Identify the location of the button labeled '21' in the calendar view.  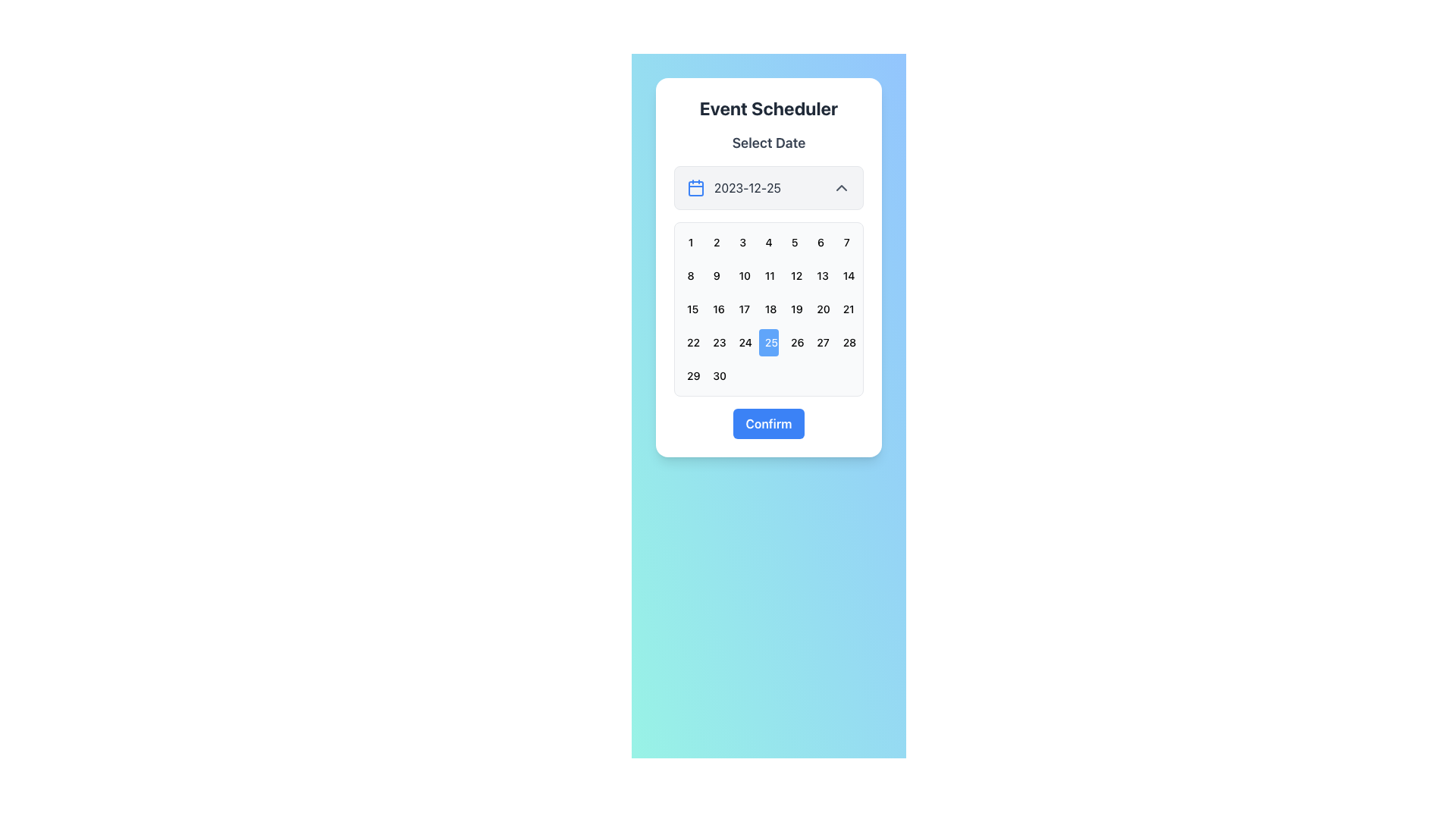
(846, 309).